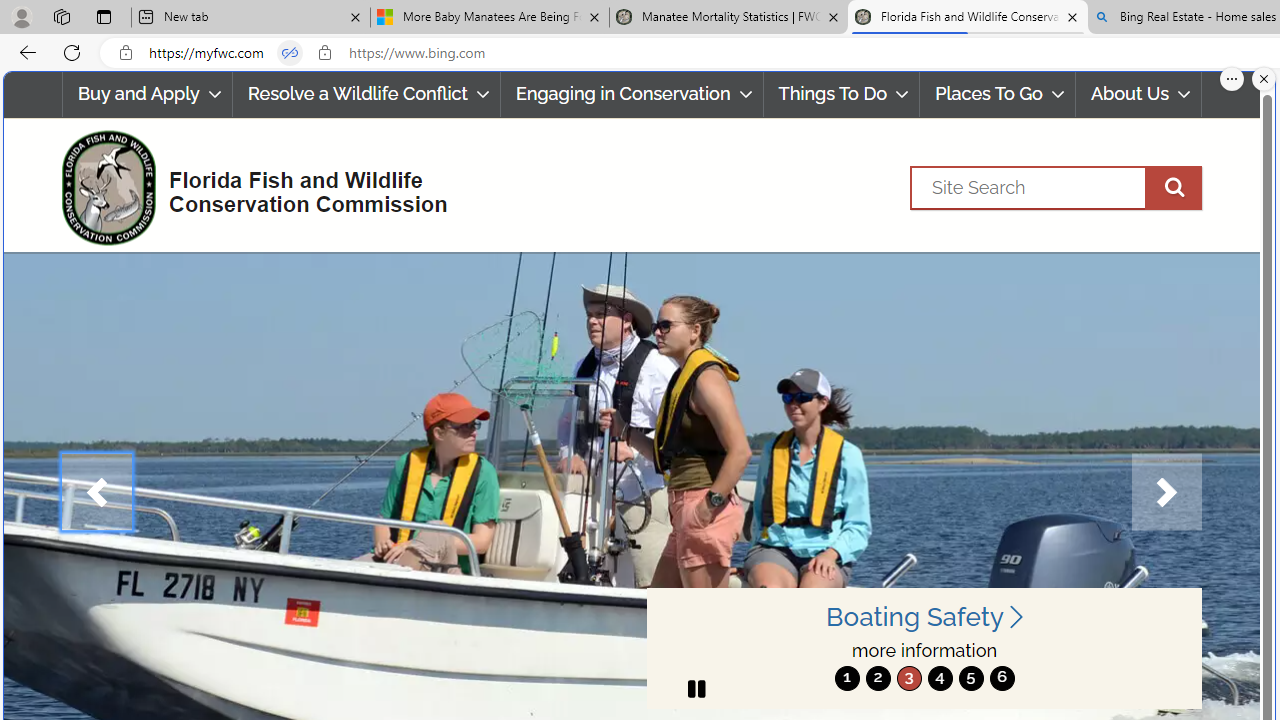  I want to click on 'Resolve a Wildlife Conflict', so click(366, 94).